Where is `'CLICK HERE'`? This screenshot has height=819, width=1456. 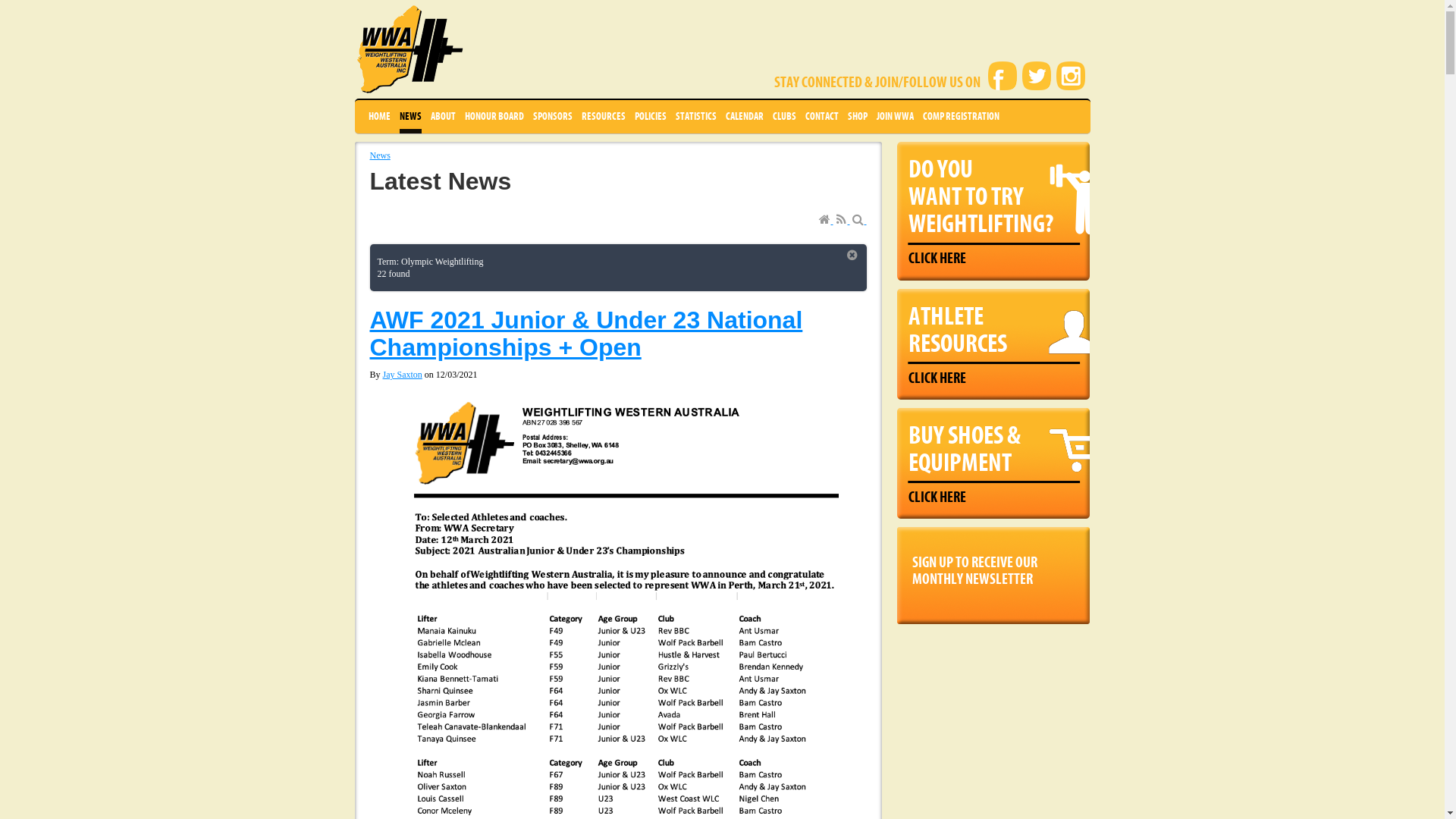
'CLICK HERE' is located at coordinates (937, 257).